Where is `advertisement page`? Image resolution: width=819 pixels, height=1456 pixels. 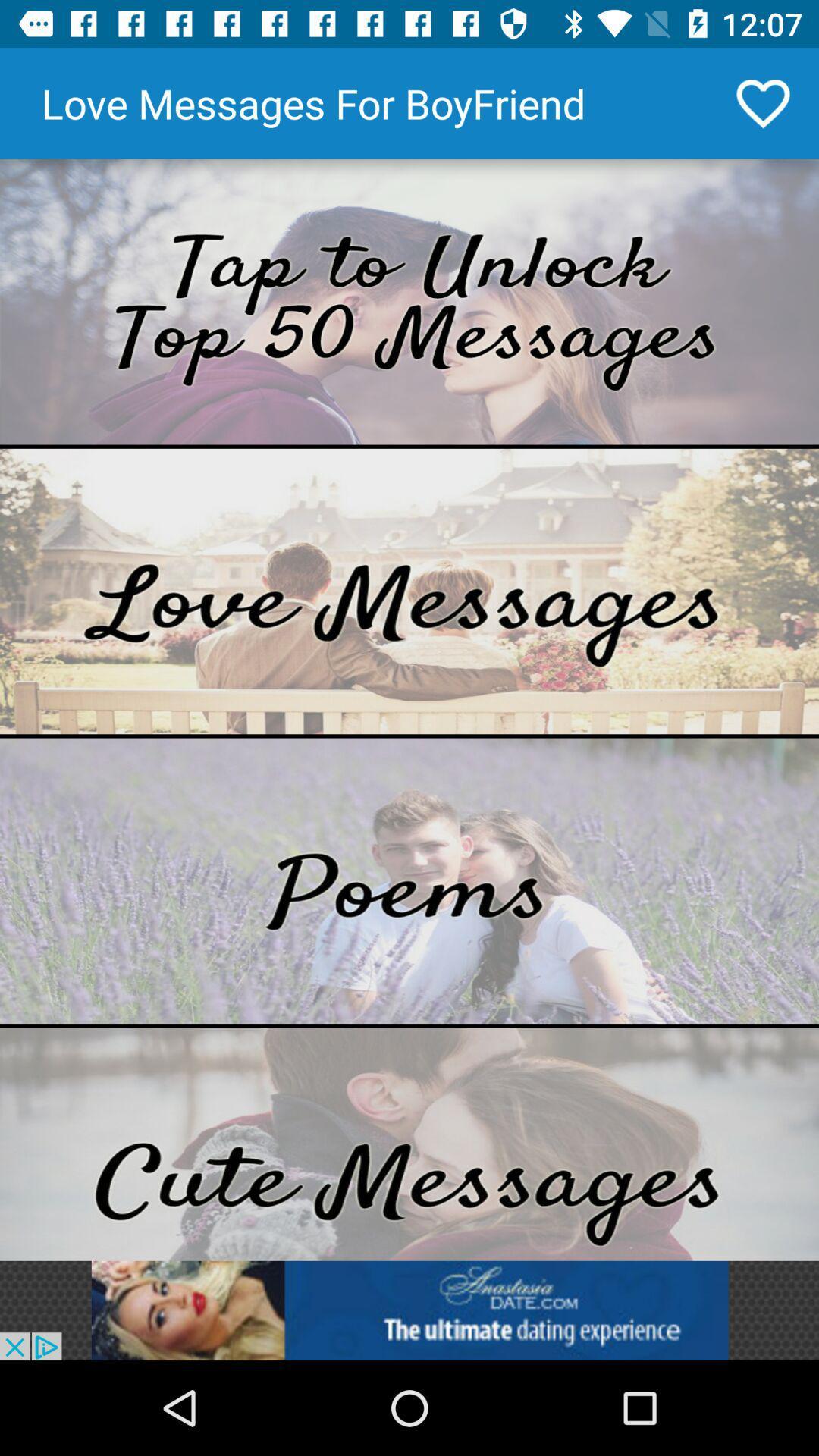 advertisement page is located at coordinates (409, 1310).